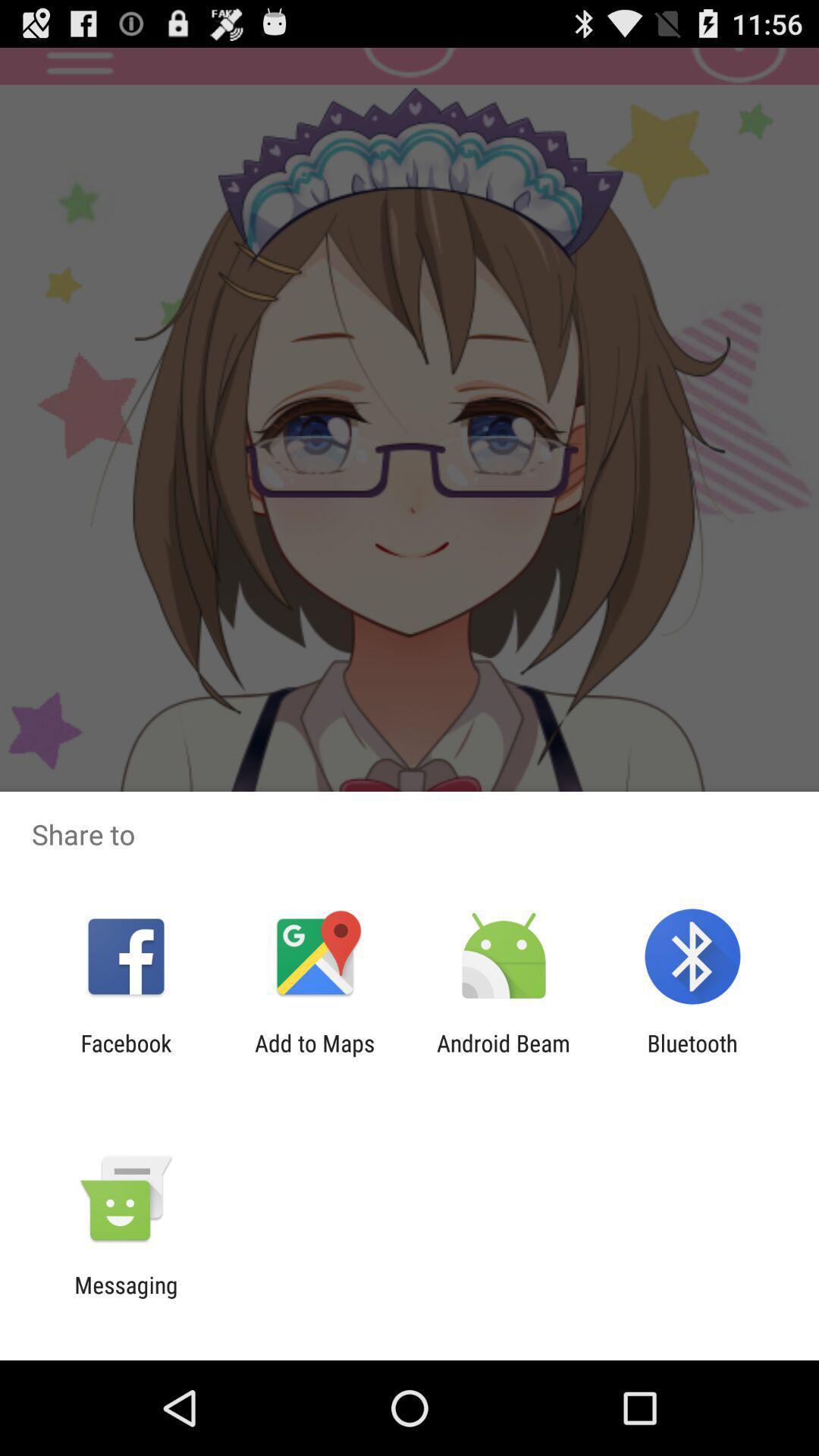 The width and height of the screenshot is (819, 1456). What do you see at coordinates (504, 1056) in the screenshot?
I see `the app to the left of the bluetooth` at bounding box center [504, 1056].